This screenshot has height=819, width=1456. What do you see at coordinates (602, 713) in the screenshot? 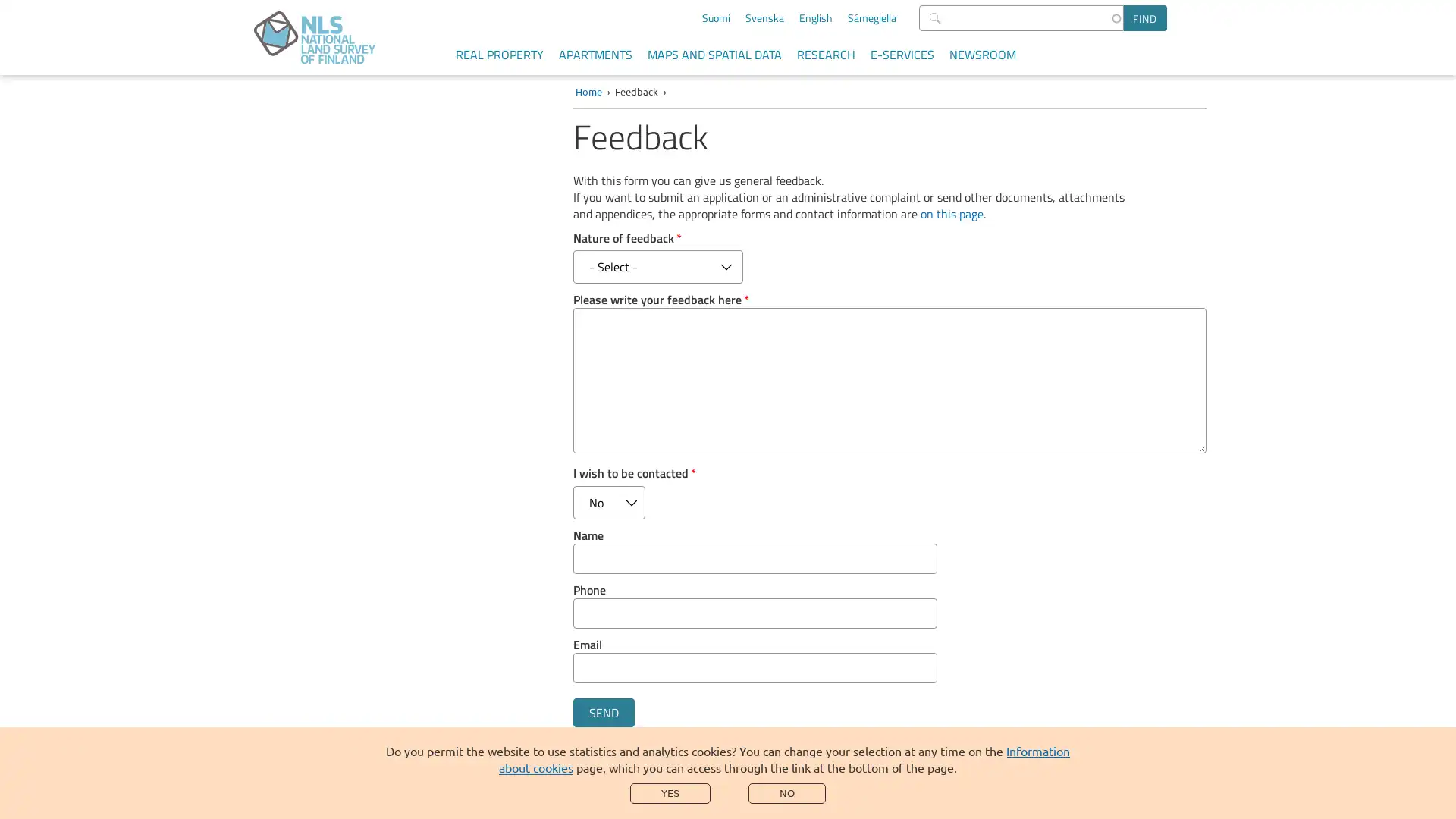
I see `Send` at bounding box center [602, 713].